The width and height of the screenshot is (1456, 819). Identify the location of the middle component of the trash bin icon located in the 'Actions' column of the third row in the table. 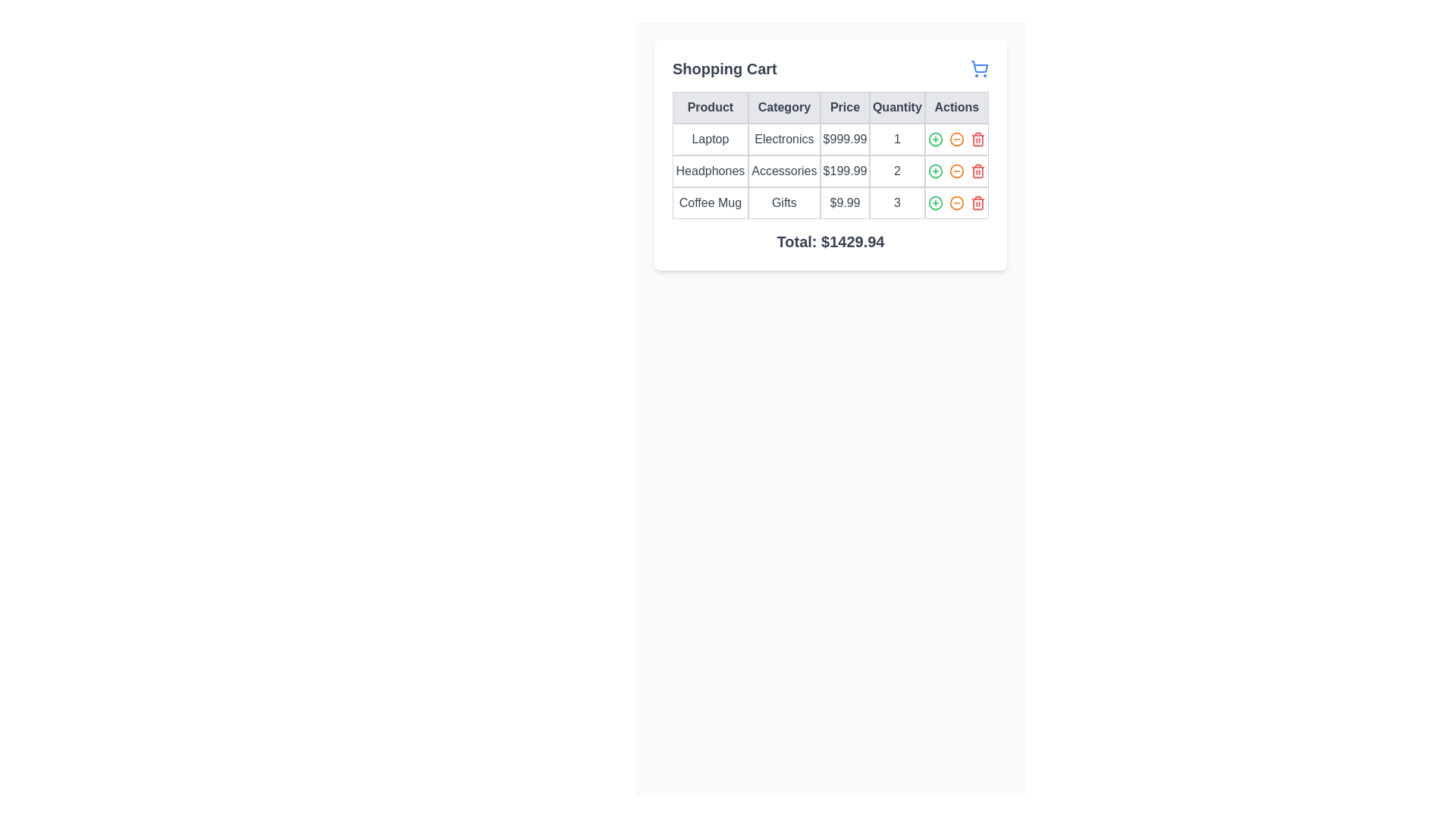
(977, 140).